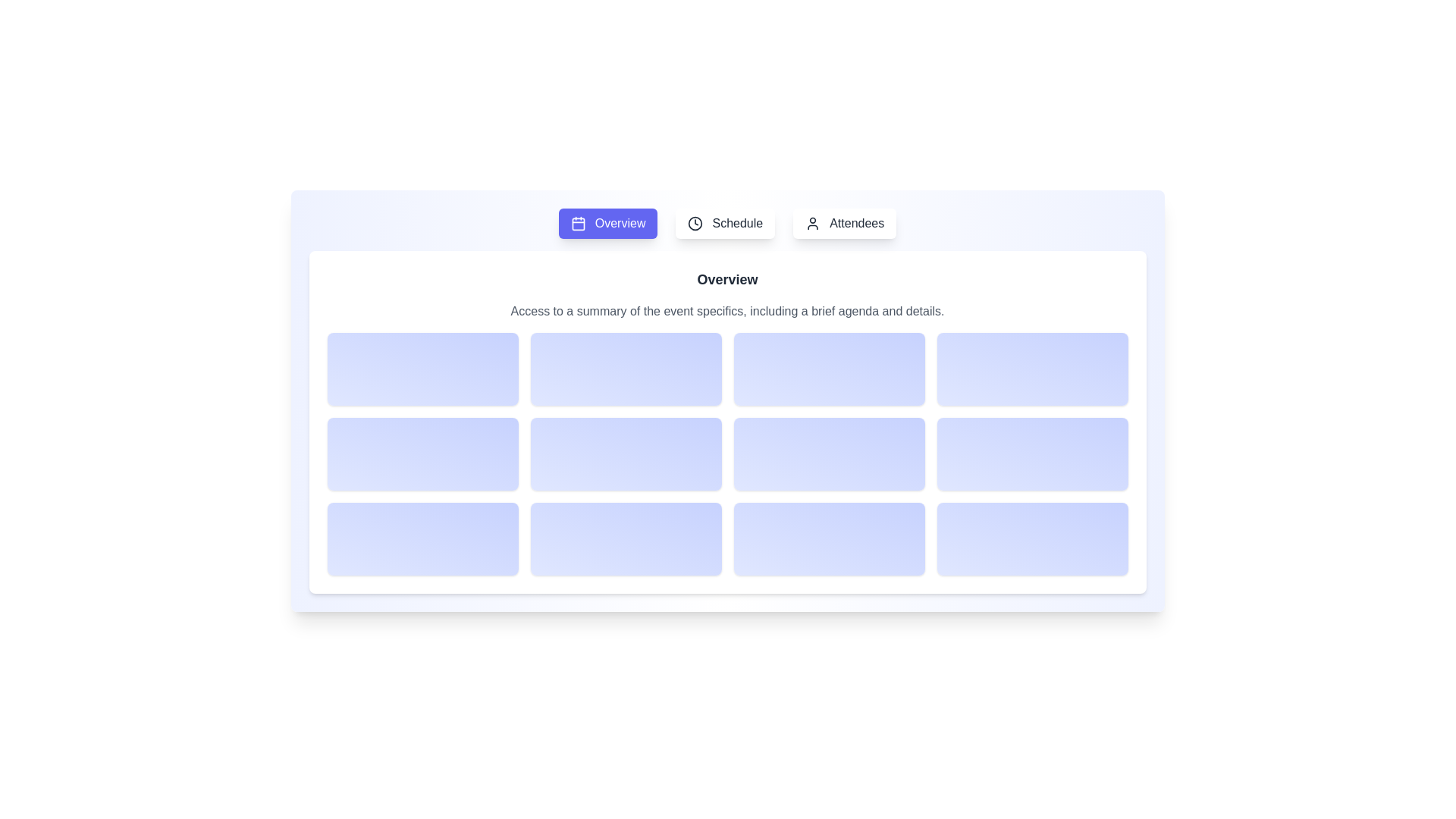  Describe the element at coordinates (607, 223) in the screenshot. I see `the Overview button to observe the visual effect` at that location.